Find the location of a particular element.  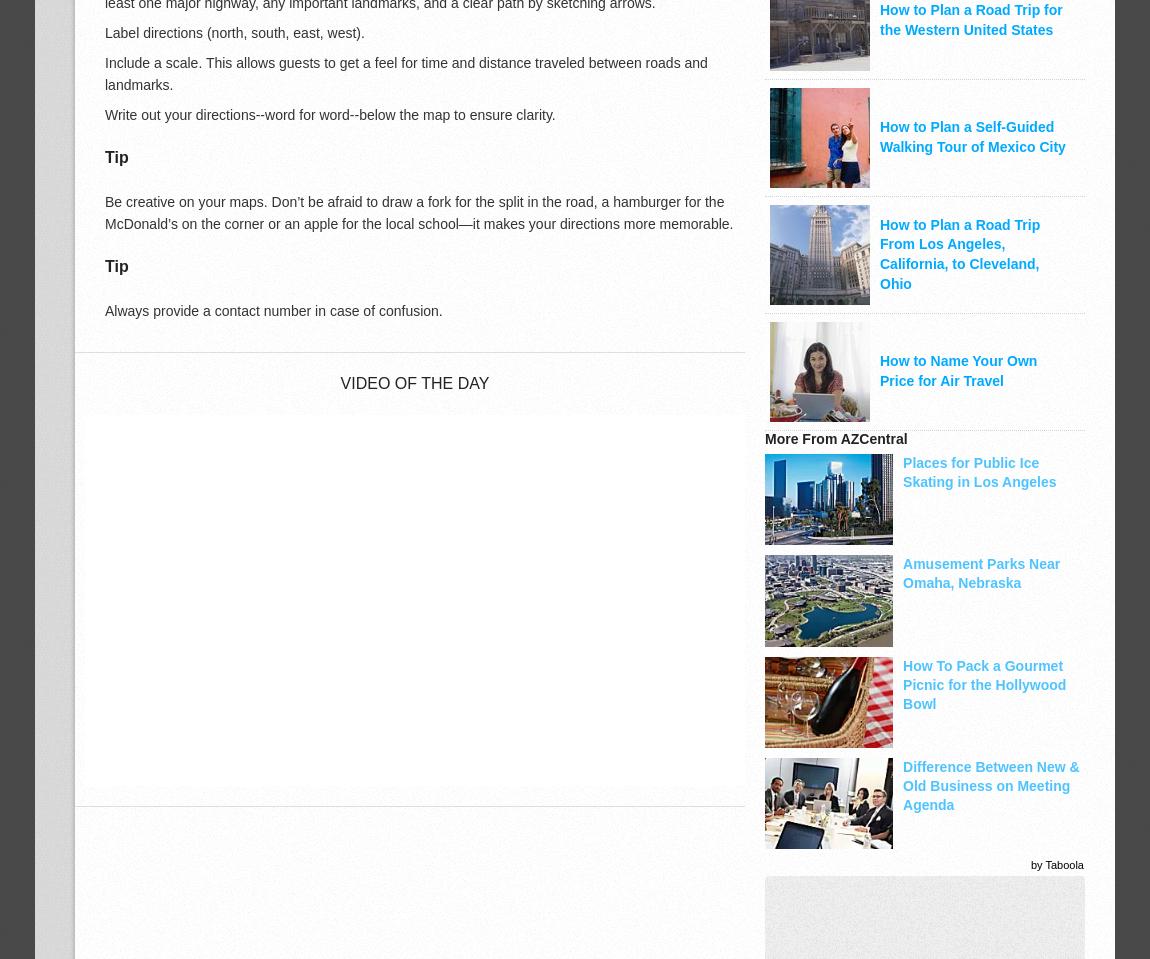

'Always provide a contact number in case of confusion.' is located at coordinates (272, 309).